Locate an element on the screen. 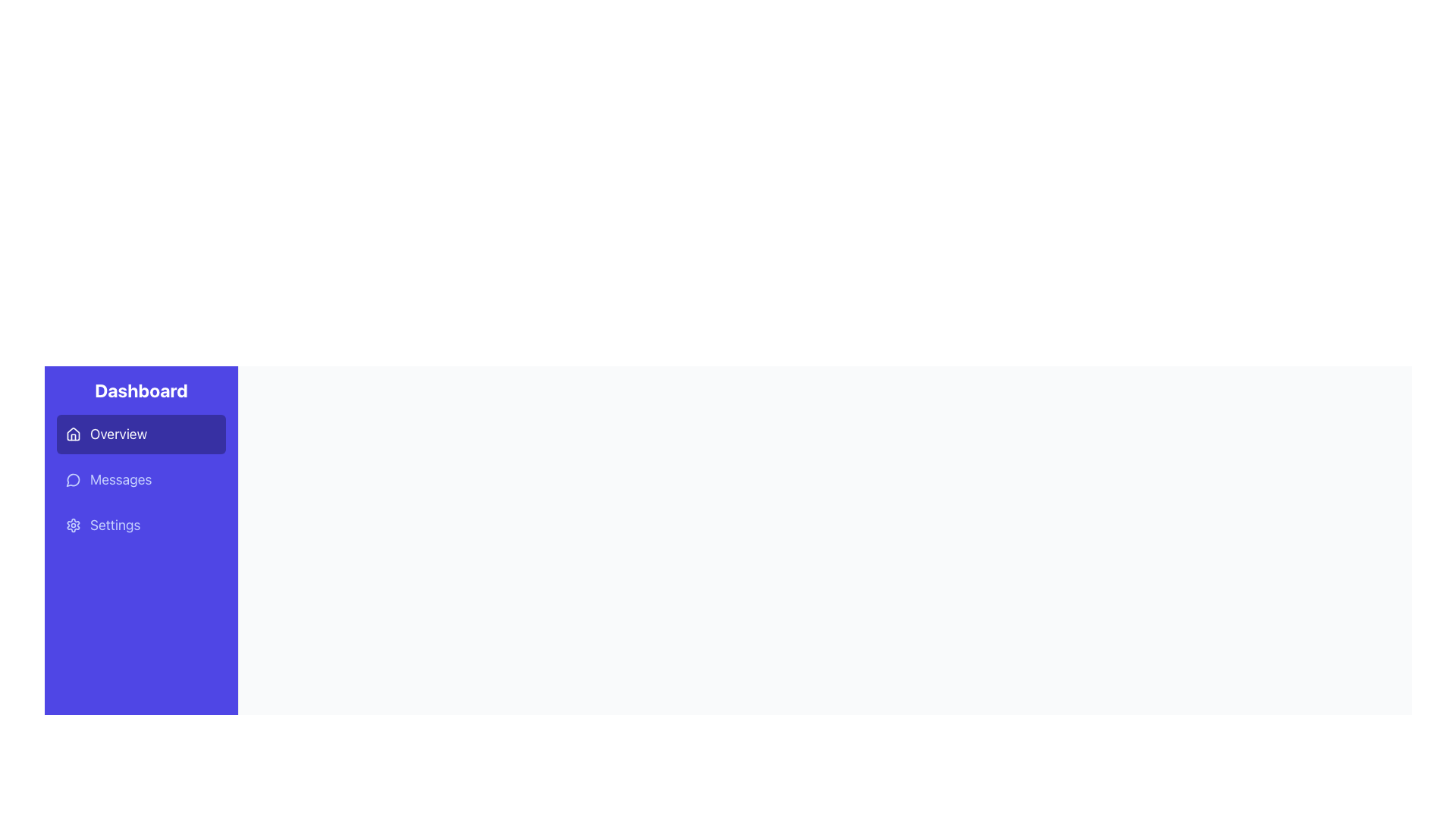  the small circular icon resembling a message bubble with a blue background and a white stroke, located to the left of the 'Messages' label is located at coordinates (72, 479).